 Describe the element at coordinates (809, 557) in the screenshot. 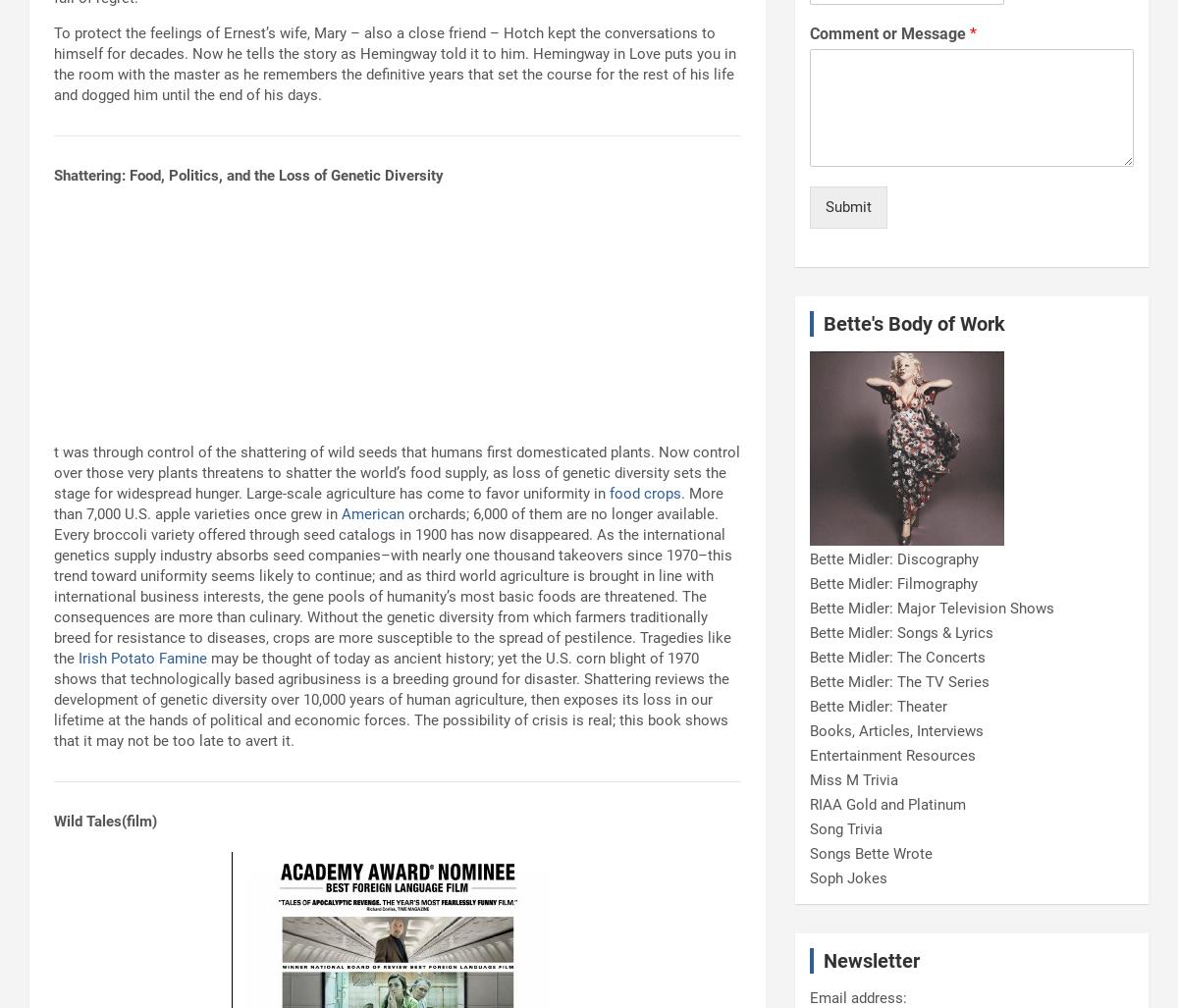

I see `'Bette Midler: Discography'` at that location.